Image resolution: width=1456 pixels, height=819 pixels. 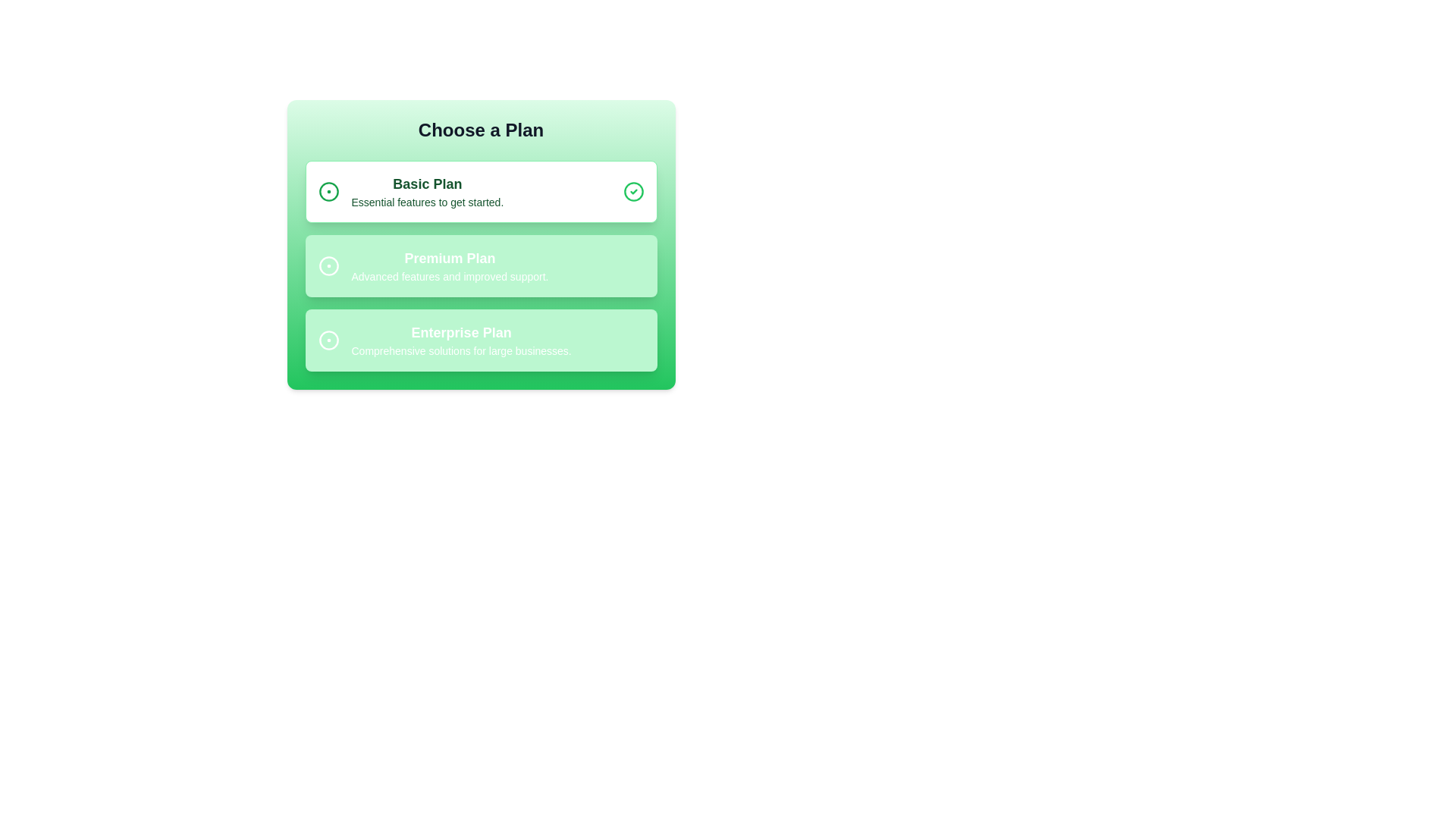 I want to click on the text element displaying 'Comprehensive solutions for large businesses.' which is located directly below the 'Enterprise Plan' title, so click(x=460, y=350).